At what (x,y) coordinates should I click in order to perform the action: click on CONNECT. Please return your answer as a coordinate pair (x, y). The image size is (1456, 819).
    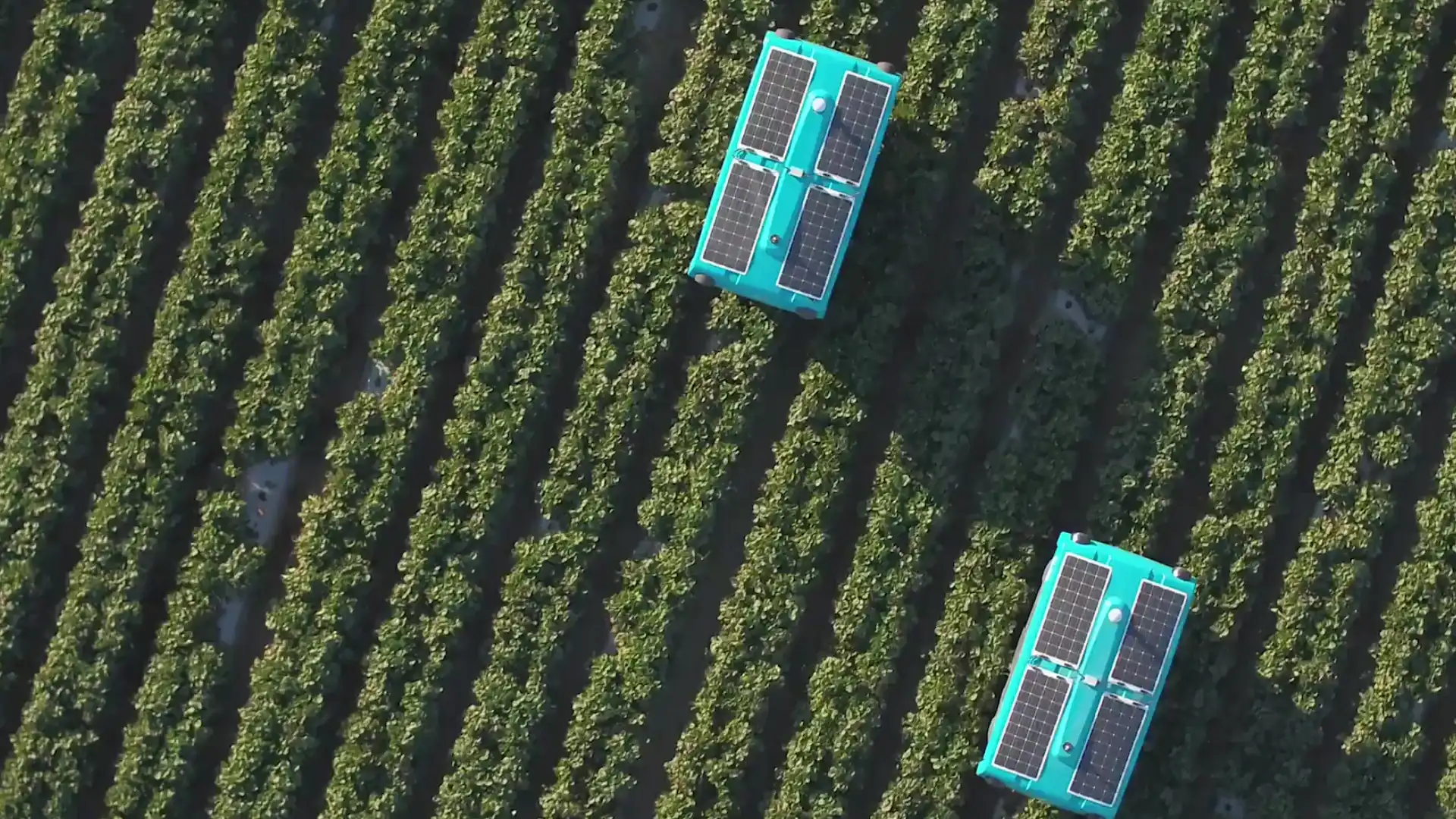
    Looking at the image, I should click on (901, 201).